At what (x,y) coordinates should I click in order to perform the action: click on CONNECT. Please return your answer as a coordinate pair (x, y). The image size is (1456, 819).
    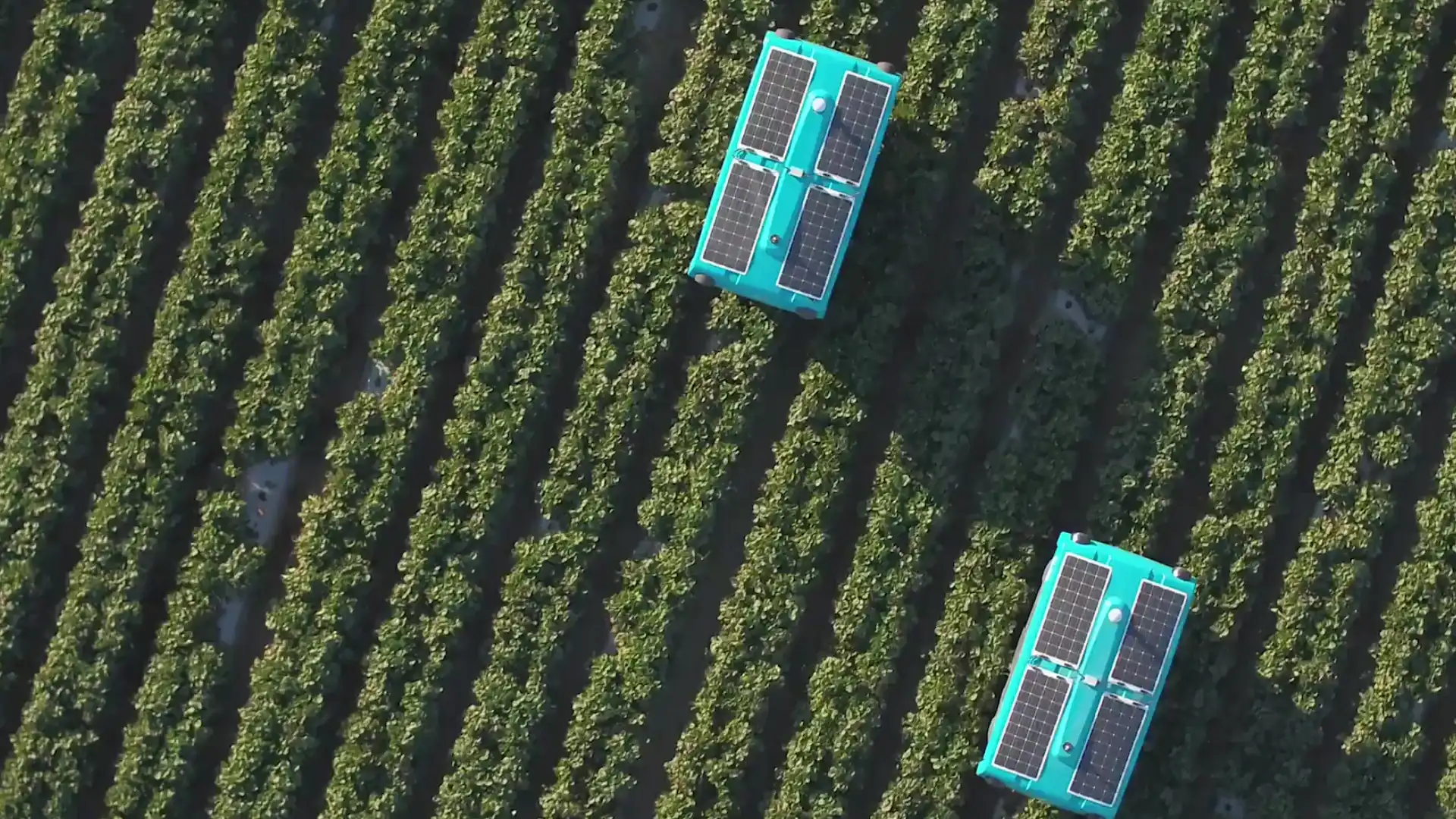
    Looking at the image, I should click on (901, 201).